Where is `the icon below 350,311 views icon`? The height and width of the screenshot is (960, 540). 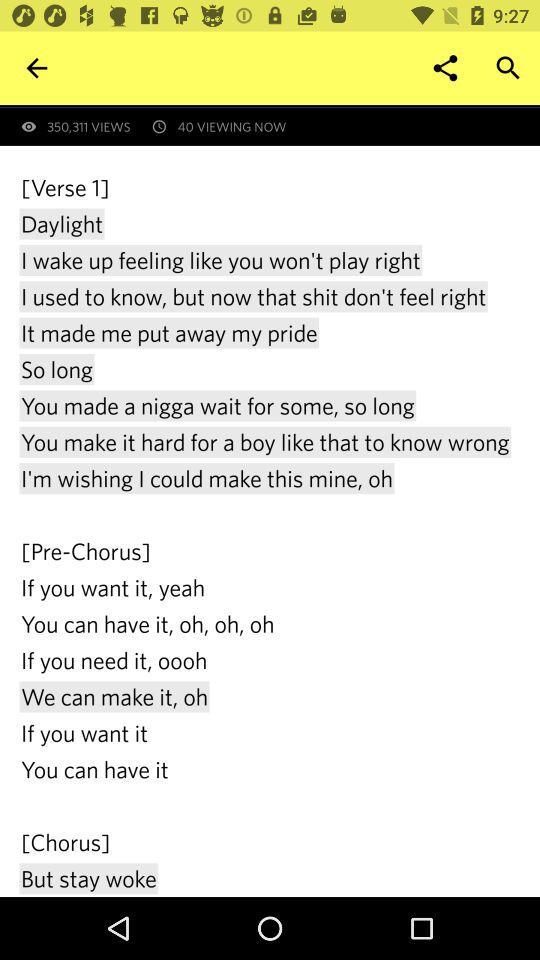 the icon below 350,311 views icon is located at coordinates (270, 533).